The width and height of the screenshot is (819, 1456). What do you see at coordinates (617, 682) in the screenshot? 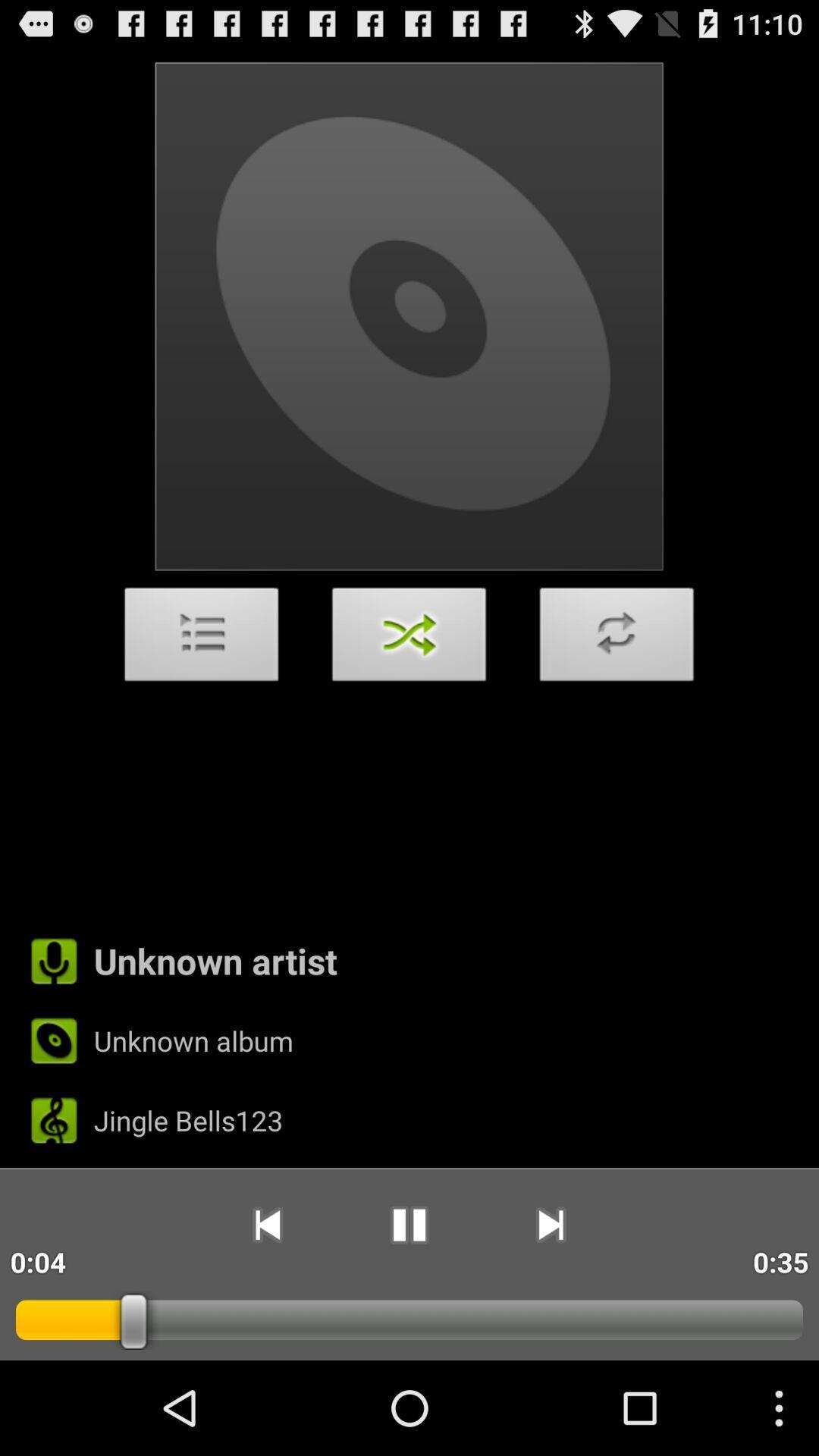
I see `the refresh icon` at bounding box center [617, 682].